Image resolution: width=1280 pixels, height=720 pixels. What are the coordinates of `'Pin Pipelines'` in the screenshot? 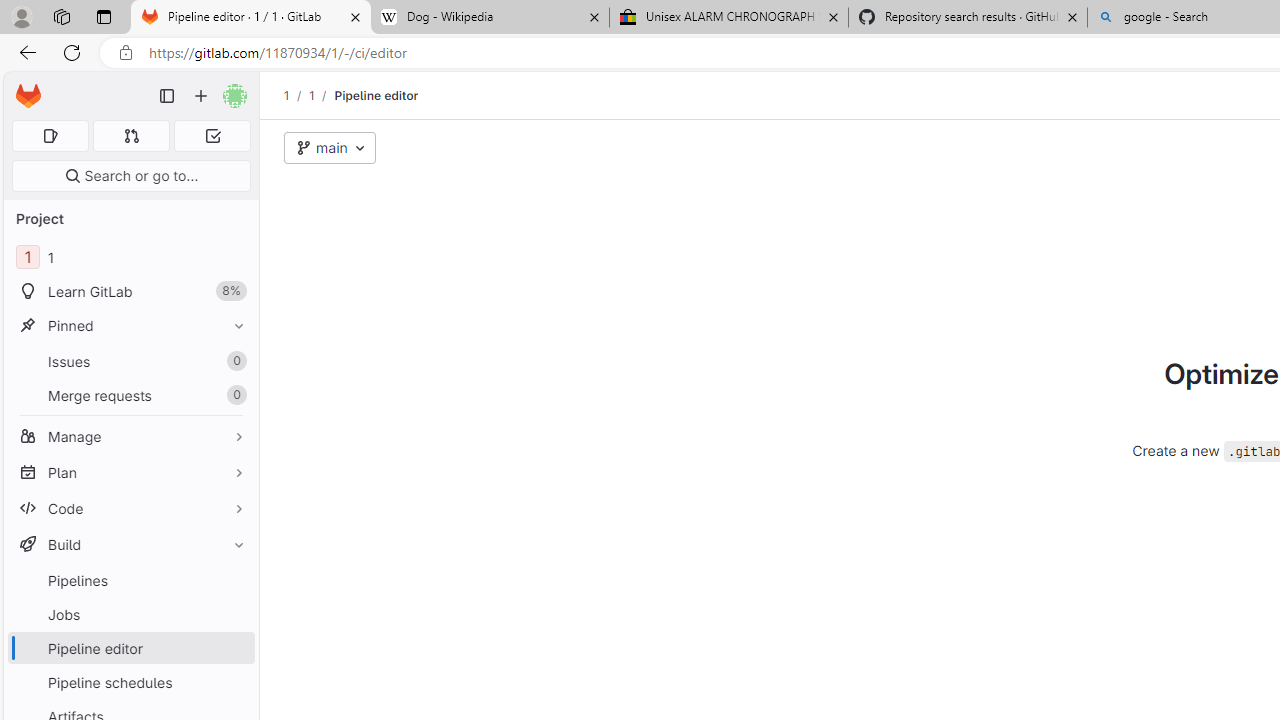 It's located at (234, 580).